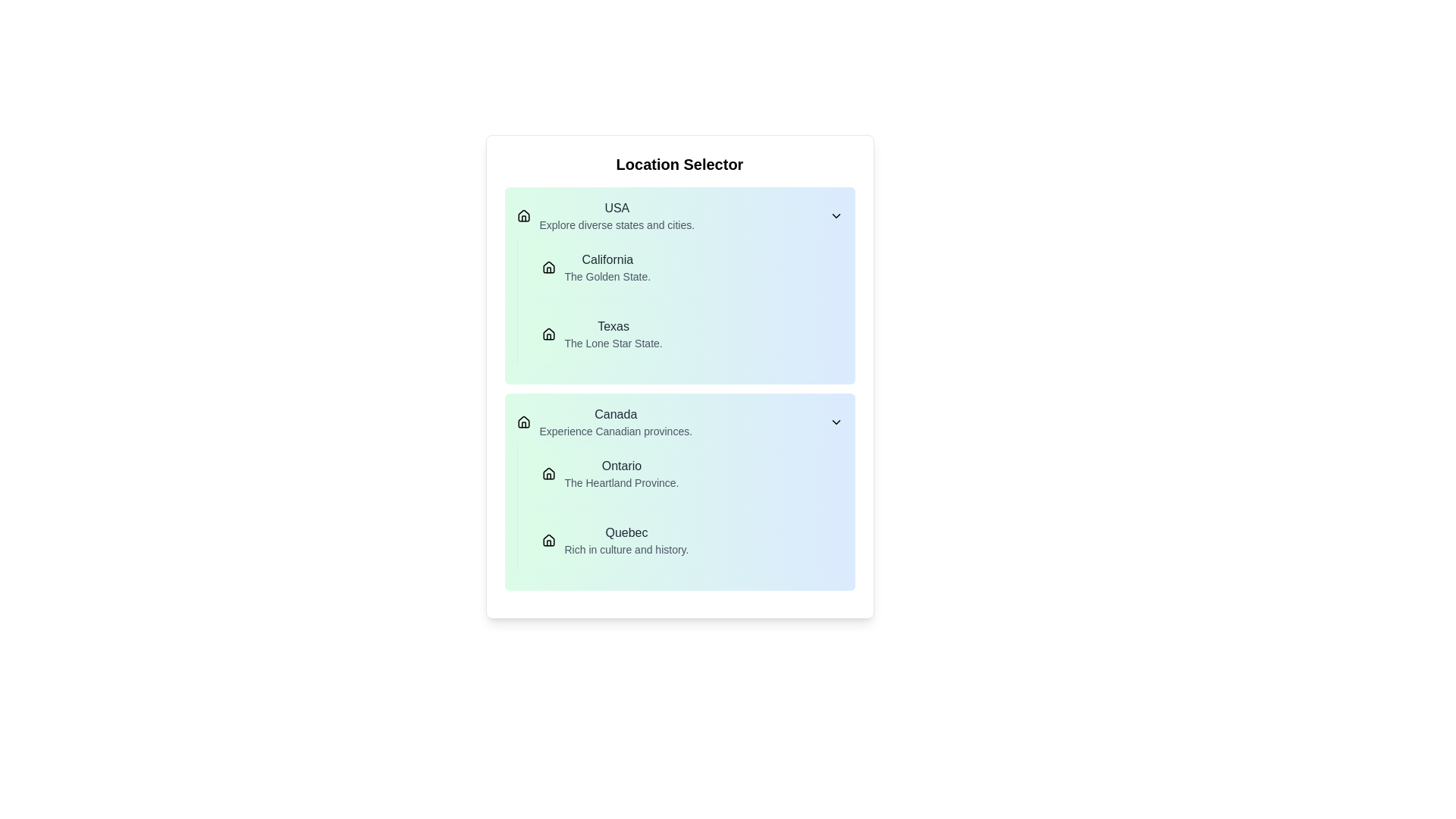  I want to click on the icon representing California, which is positioned directly to the left of the text 'California' and is the first icon in its group under the category 'USA', so click(548, 267).